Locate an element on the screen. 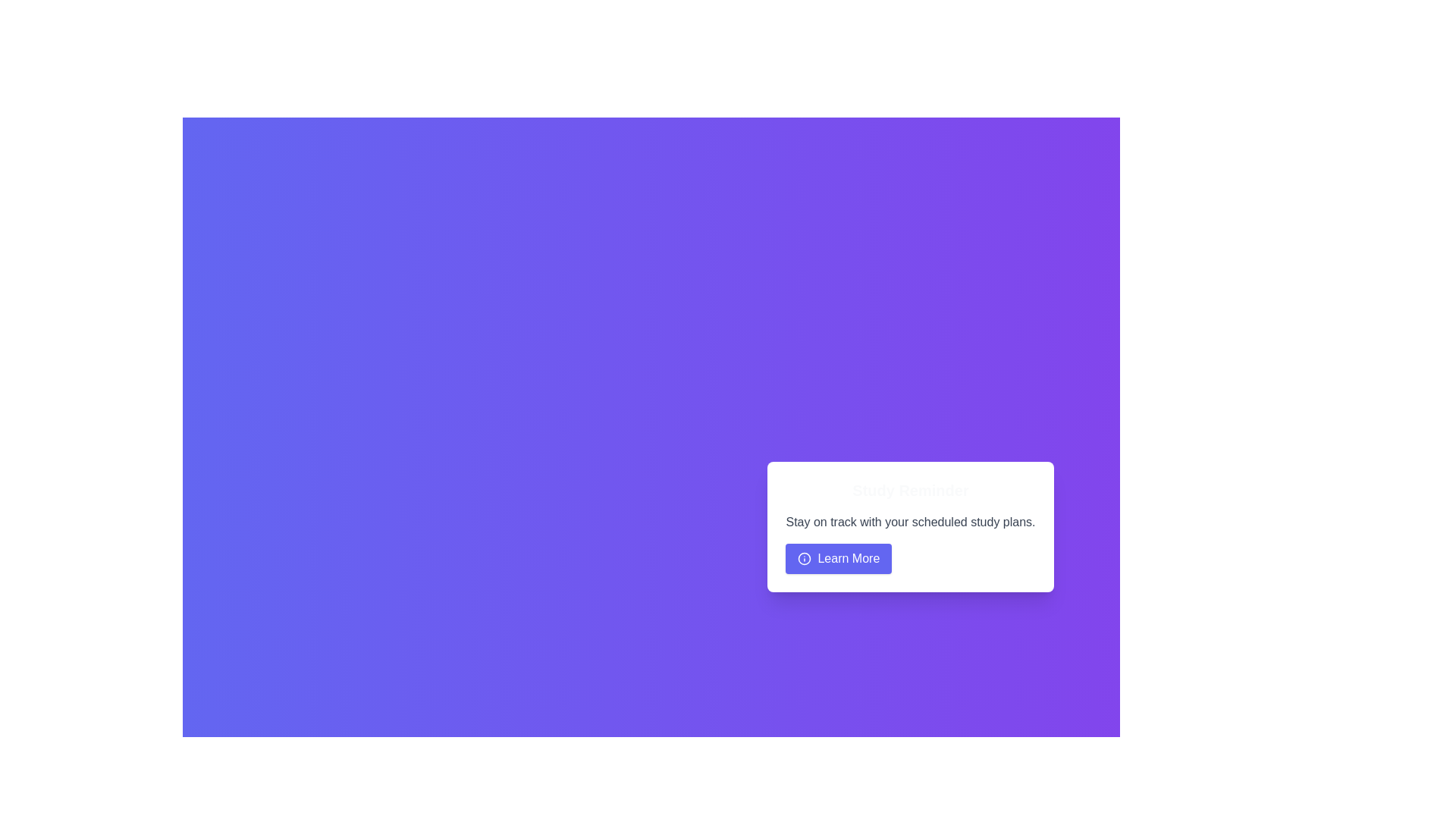 The width and height of the screenshot is (1456, 819). the 'Learn More' button with a medium-blue background and white text, located within the 'Study Reminder' card is located at coordinates (838, 558).